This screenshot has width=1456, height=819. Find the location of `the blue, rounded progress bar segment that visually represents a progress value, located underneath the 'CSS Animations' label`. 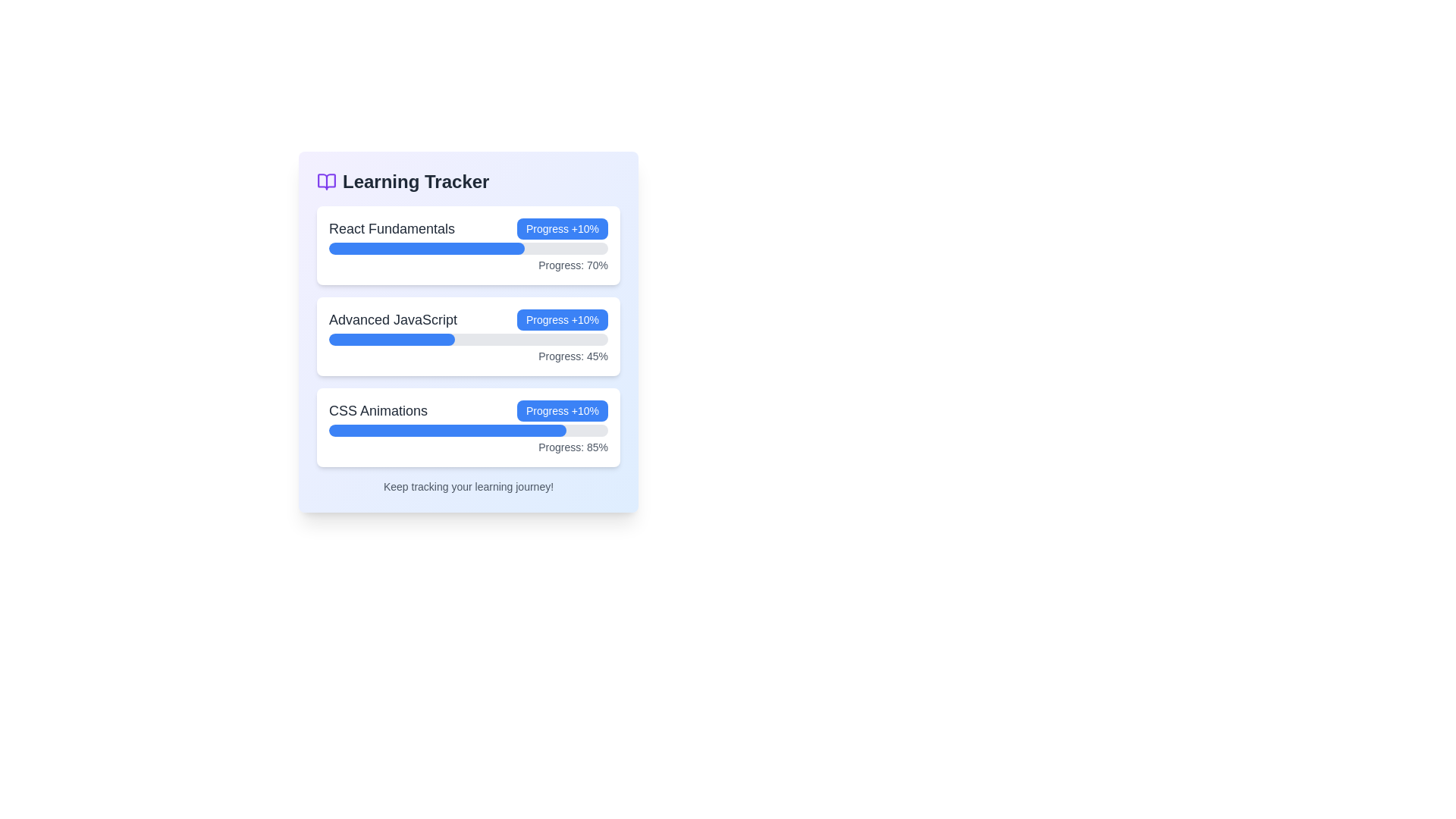

the blue, rounded progress bar segment that visually represents a progress value, located underneath the 'CSS Animations' label is located at coordinates (447, 430).